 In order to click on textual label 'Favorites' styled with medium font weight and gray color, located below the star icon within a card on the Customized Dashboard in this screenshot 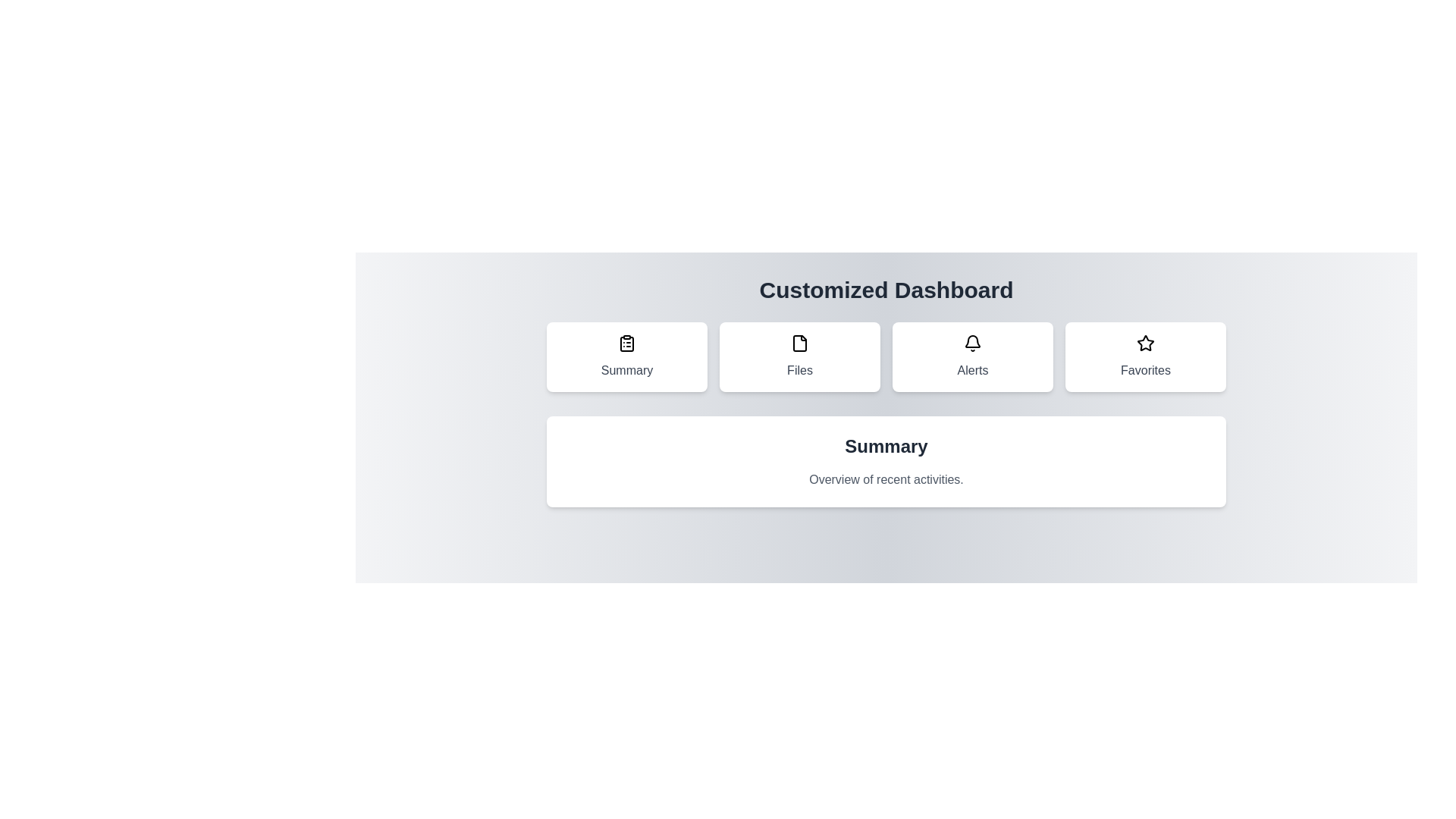, I will do `click(1146, 371)`.